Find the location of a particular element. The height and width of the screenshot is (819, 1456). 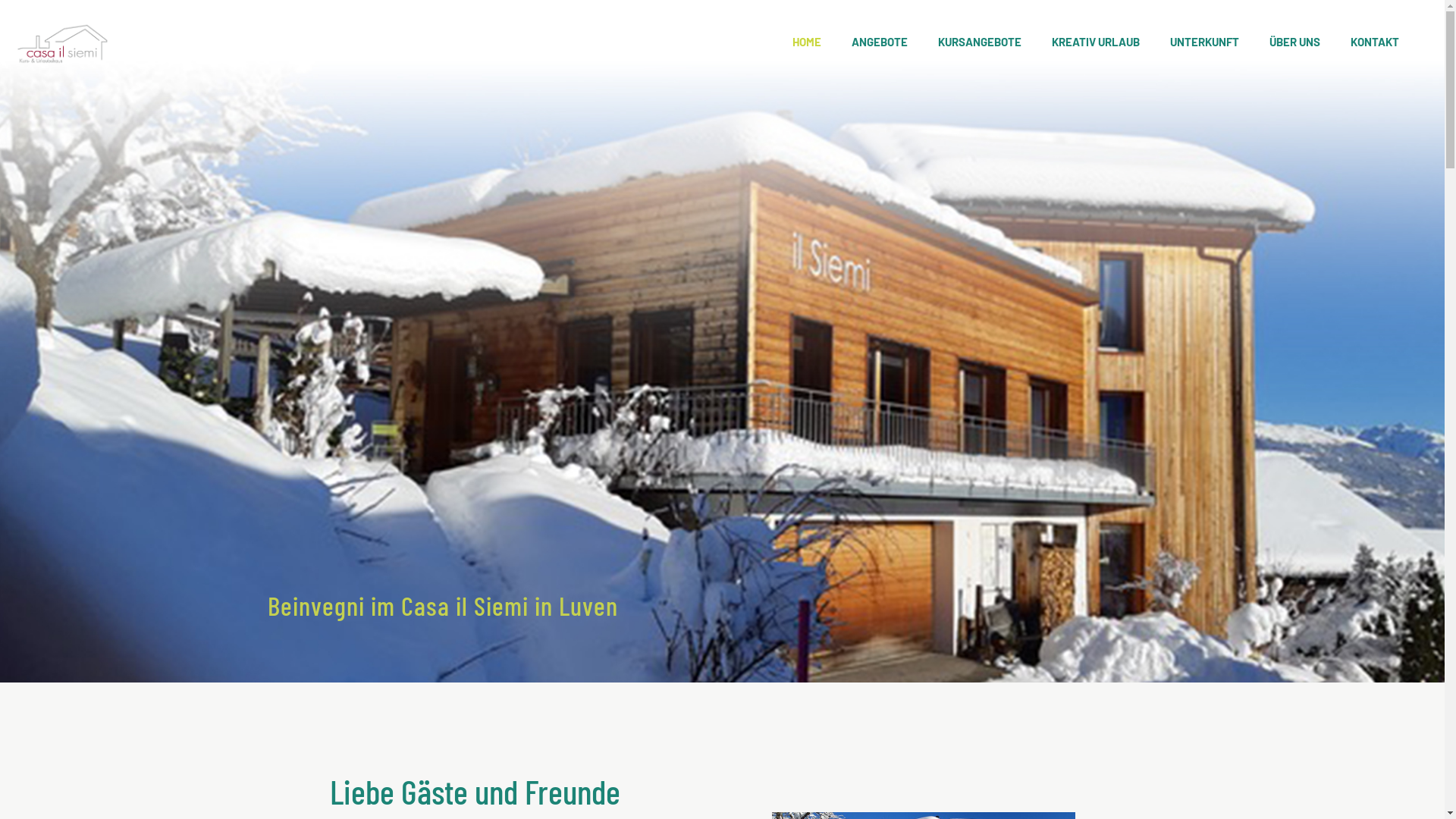

'casailsiemi' is located at coordinates (61, 40).